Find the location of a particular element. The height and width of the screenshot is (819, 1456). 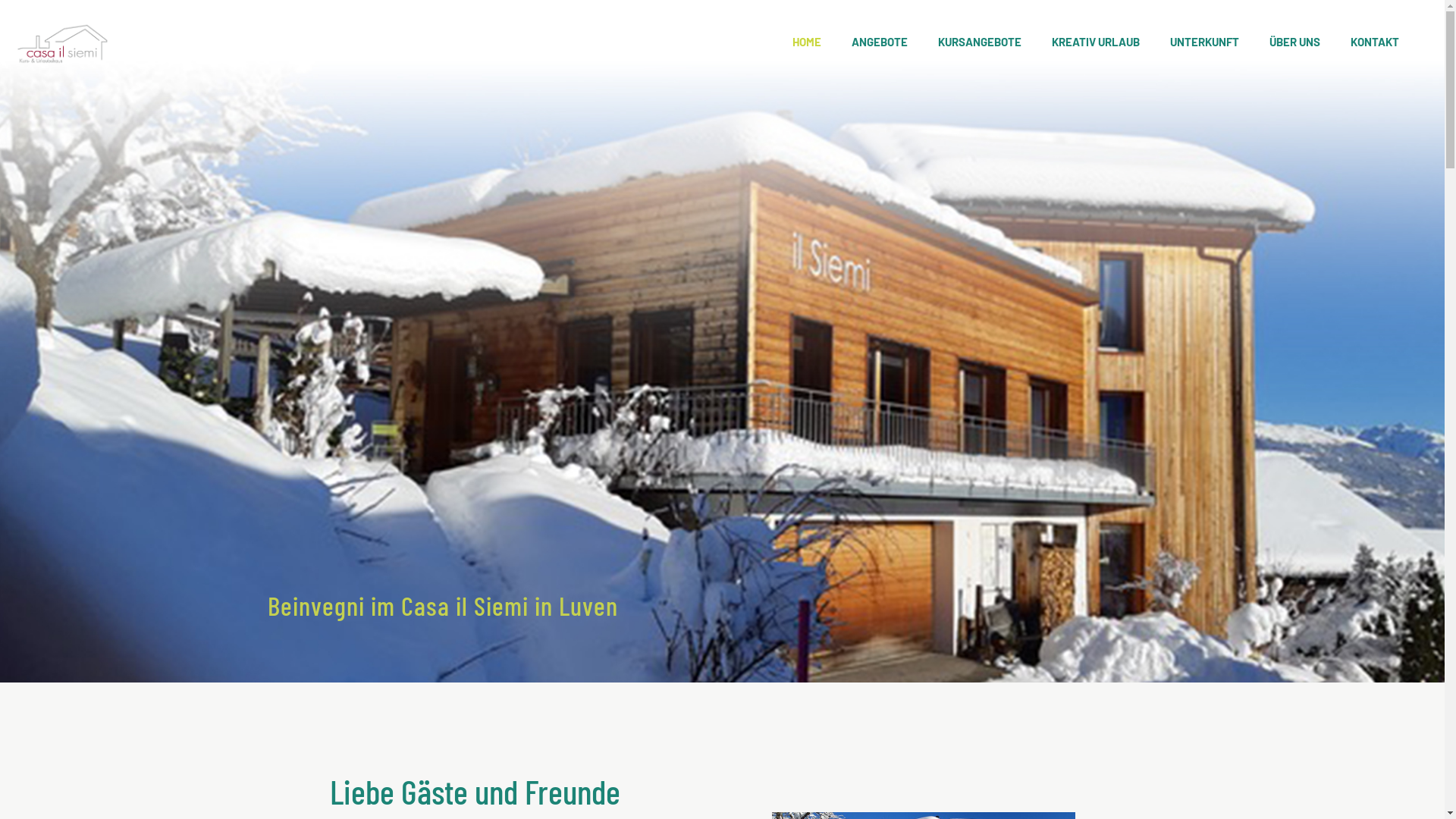

'casailsiemi' is located at coordinates (61, 40).